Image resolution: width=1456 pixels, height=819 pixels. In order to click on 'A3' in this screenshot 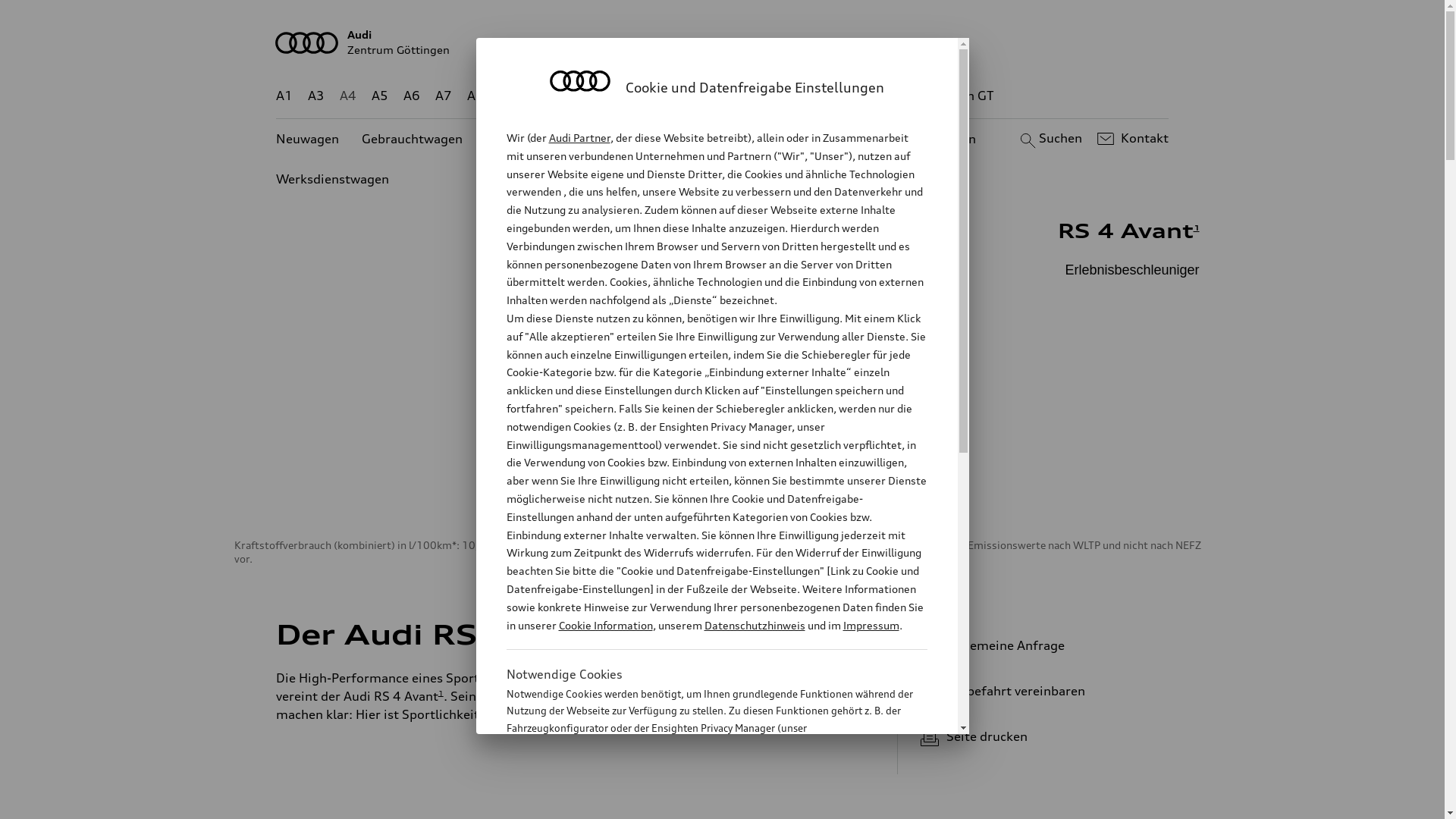, I will do `click(315, 96)`.